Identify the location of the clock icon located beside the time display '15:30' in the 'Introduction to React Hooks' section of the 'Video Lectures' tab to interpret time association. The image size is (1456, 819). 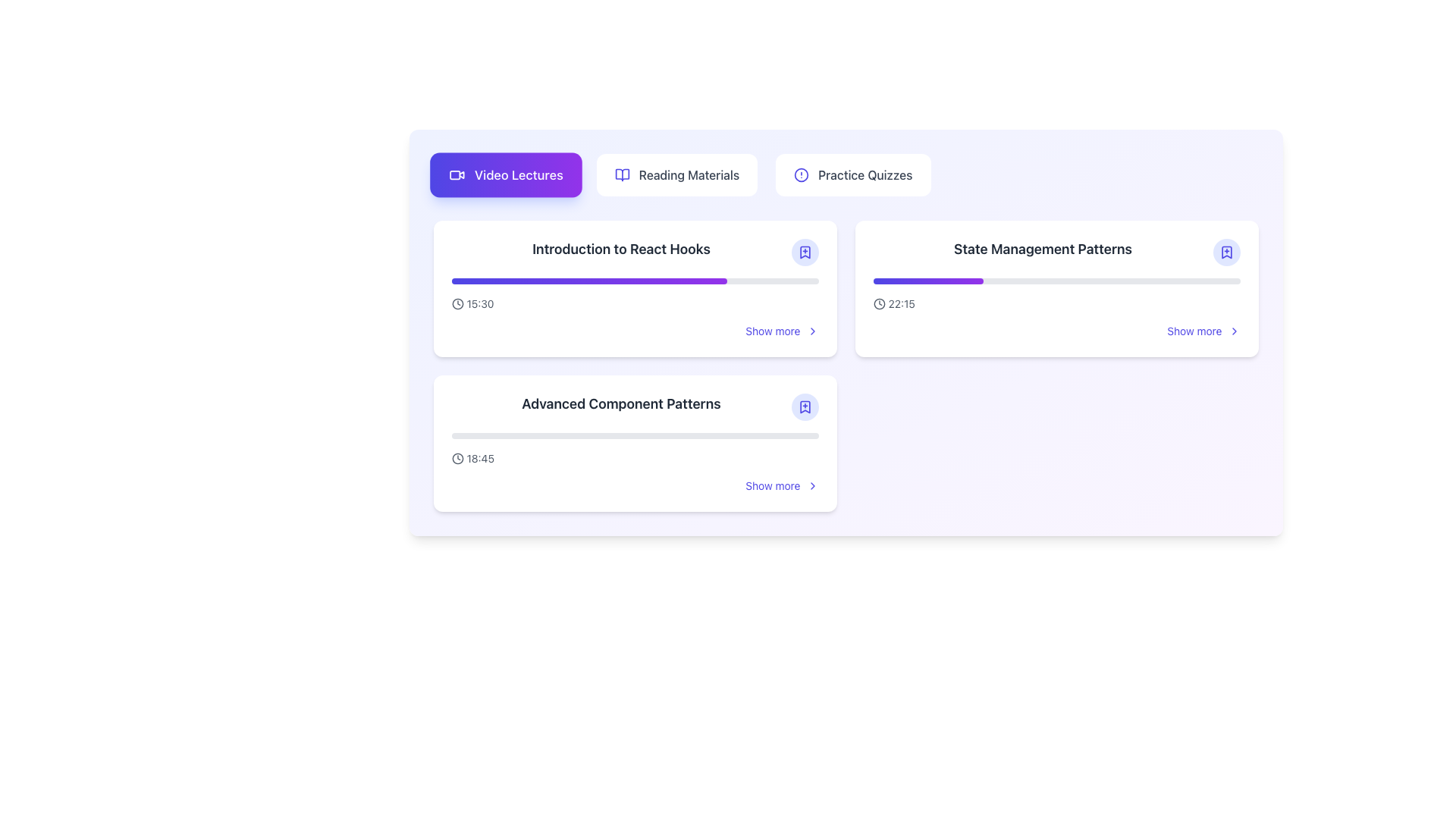
(457, 304).